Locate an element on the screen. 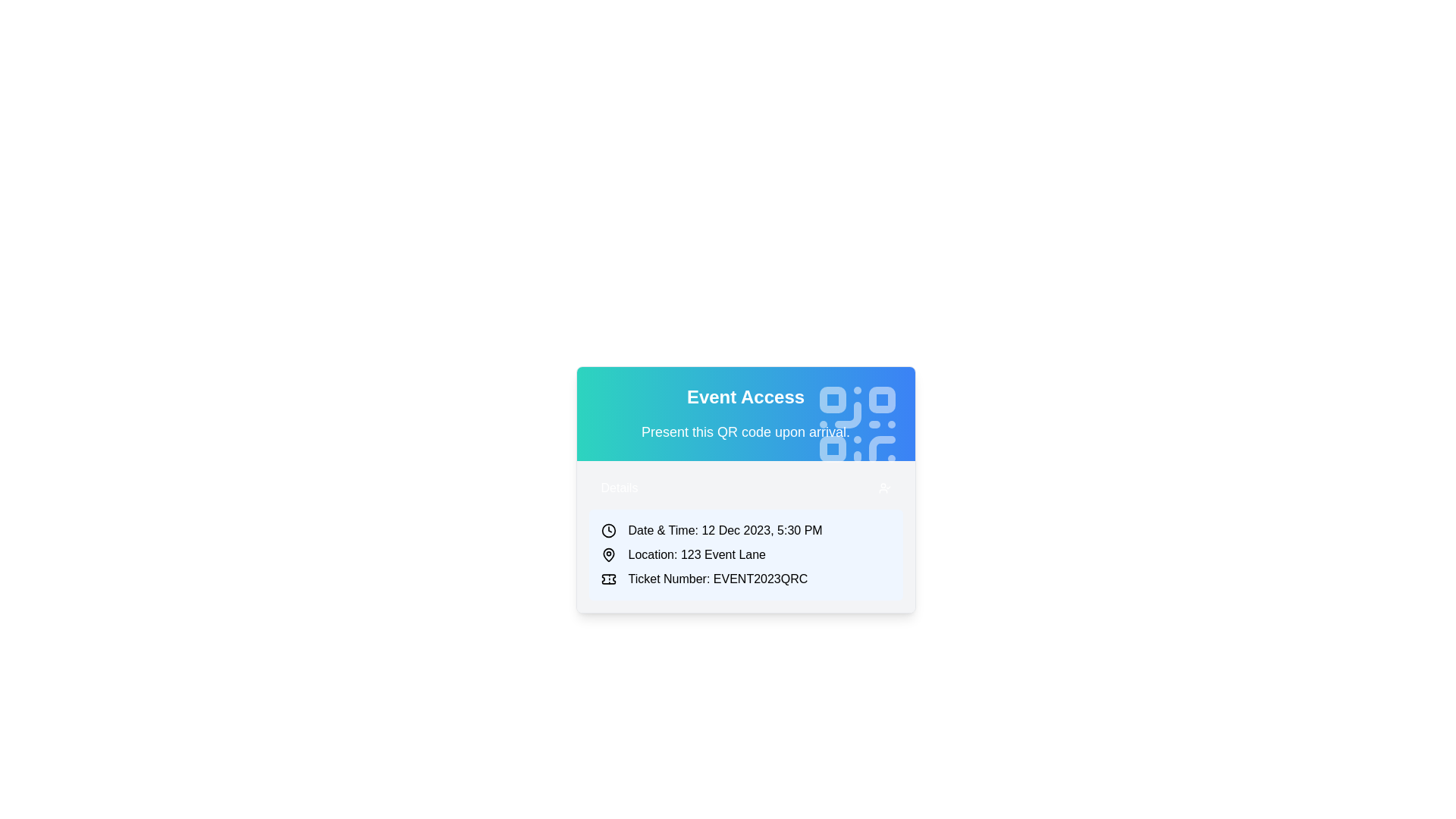  the blue rounded rectangle in the lower-left quadrant of the QR code section of the card layout is located at coordinates (832, 448).